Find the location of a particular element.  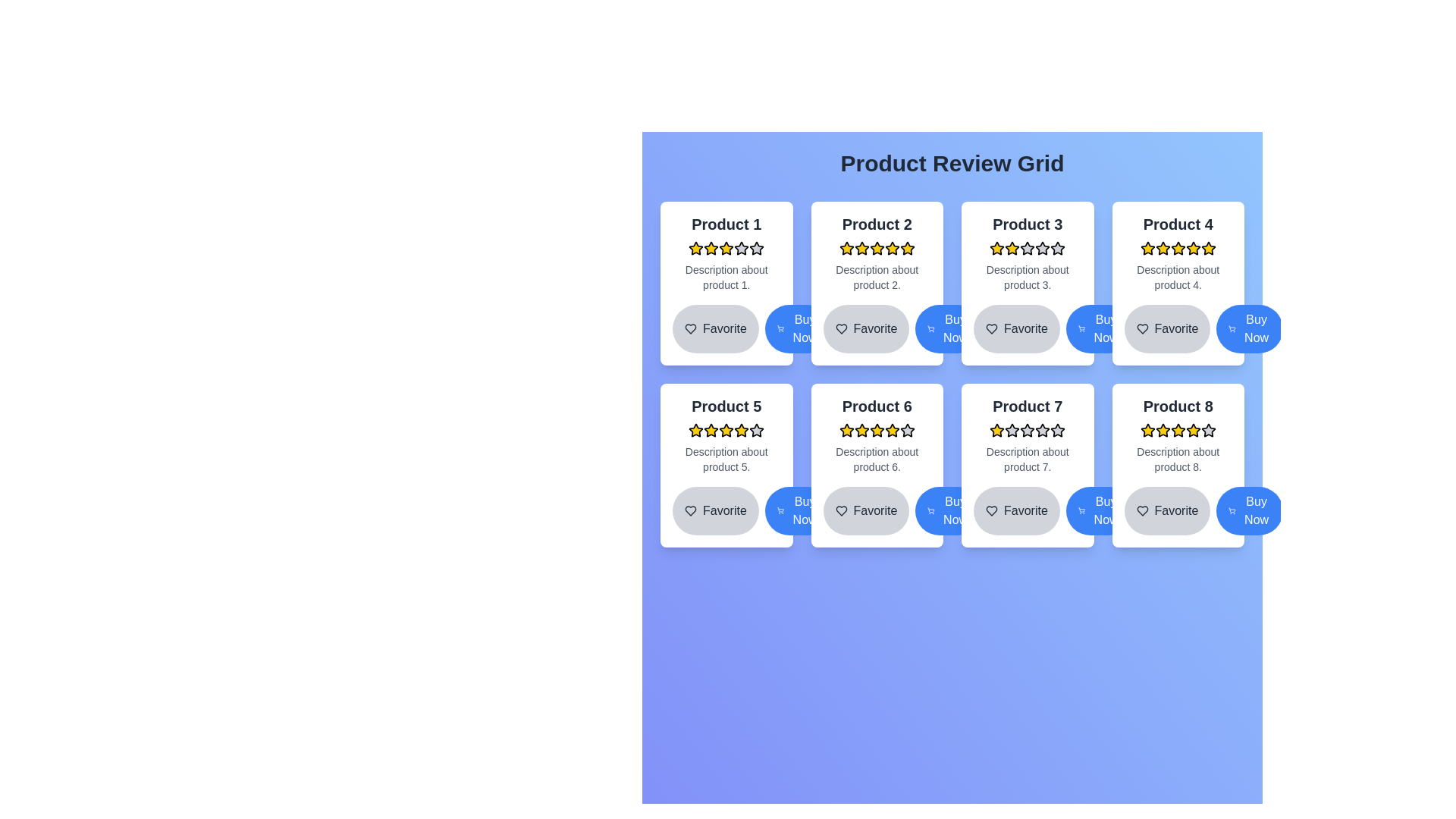

the heart-shaped icon next to the 'Favorite' text label to mark the product as favorite is located at coordinates (992, 511).